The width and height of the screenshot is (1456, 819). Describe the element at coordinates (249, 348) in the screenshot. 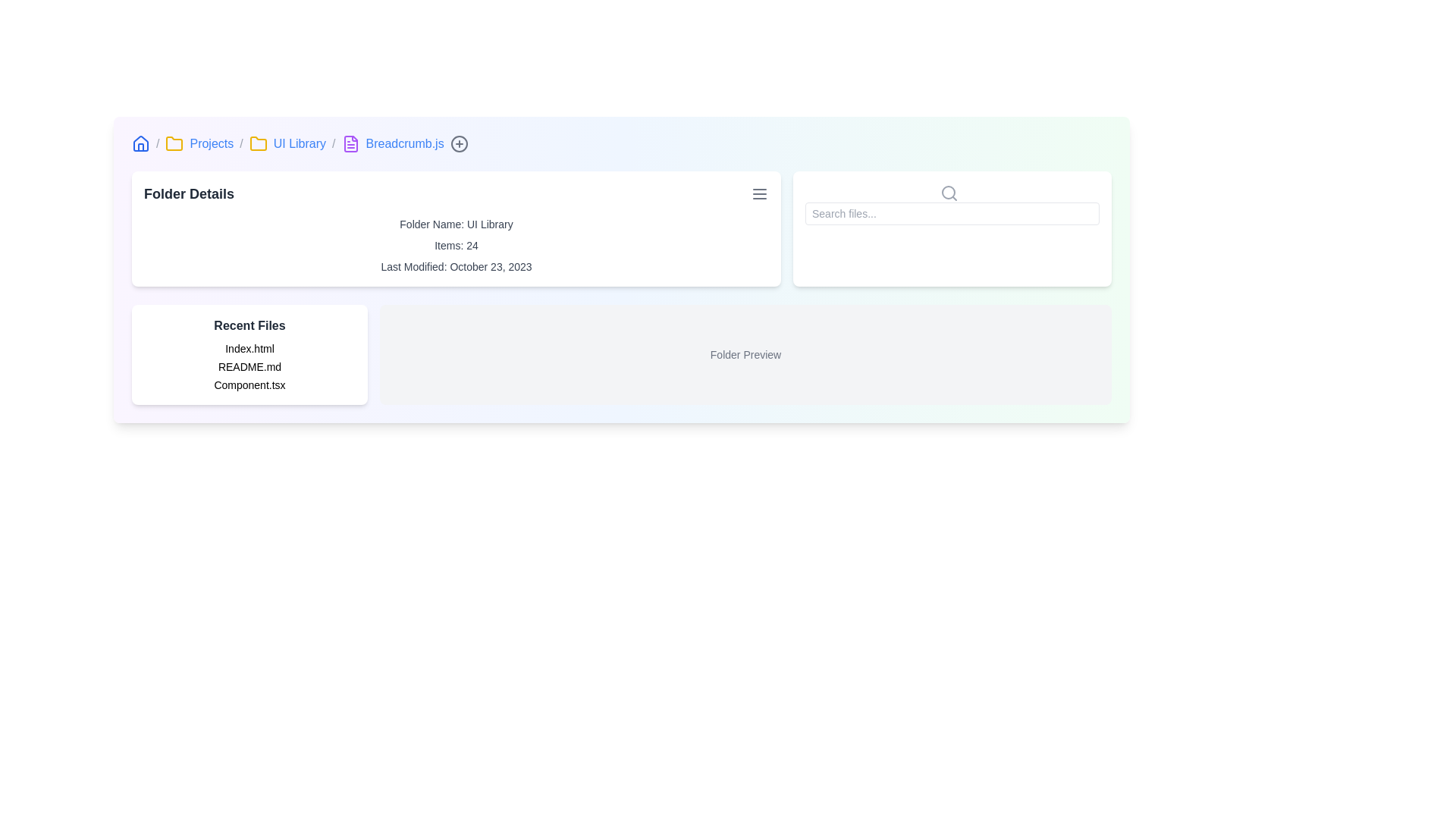

I see `the text label displaying the name of the recently accessed 'Index.html' file` at that location.